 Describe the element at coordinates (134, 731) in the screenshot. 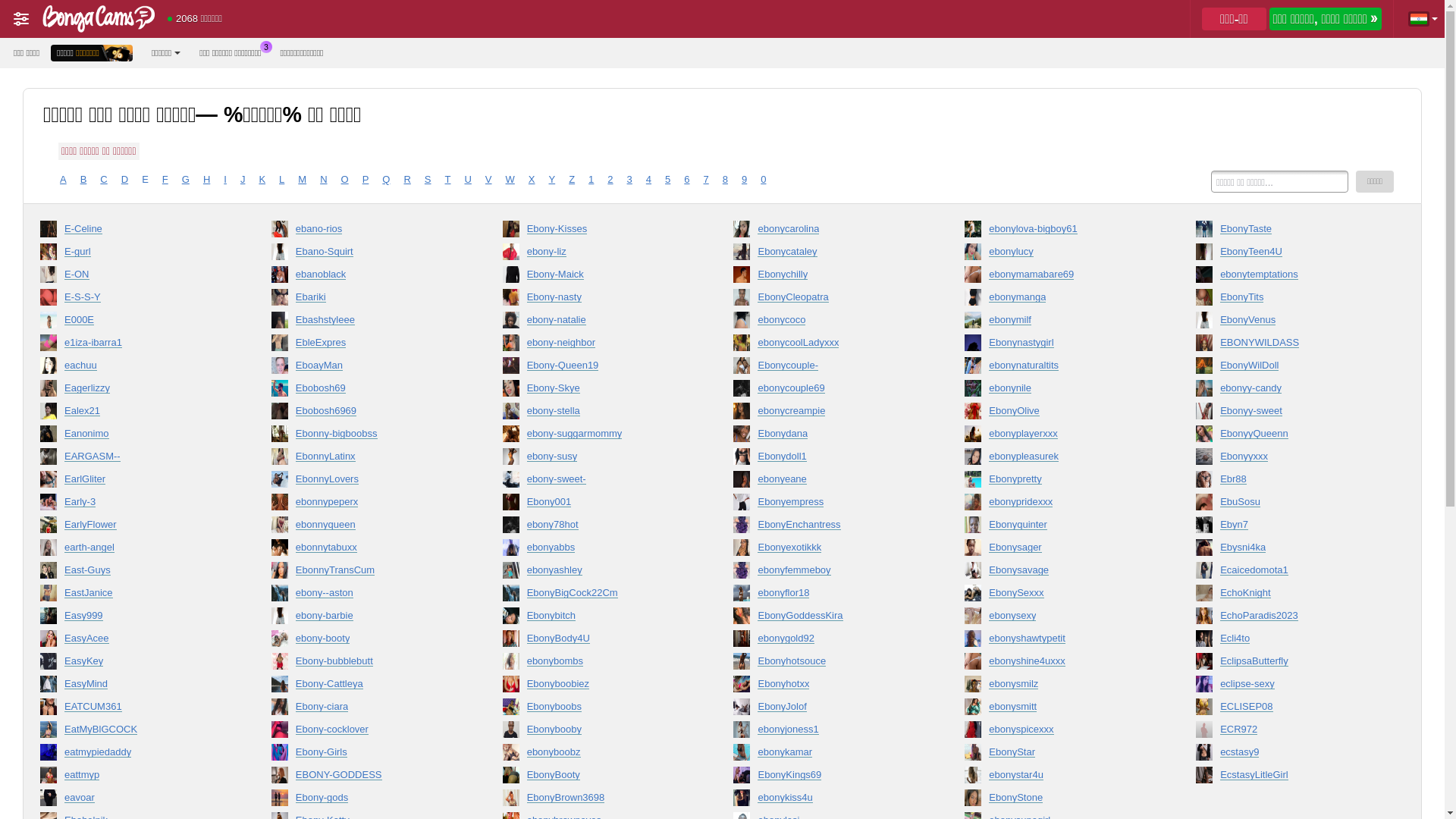

I see `'EatMyBlGCOCK'` at that location.